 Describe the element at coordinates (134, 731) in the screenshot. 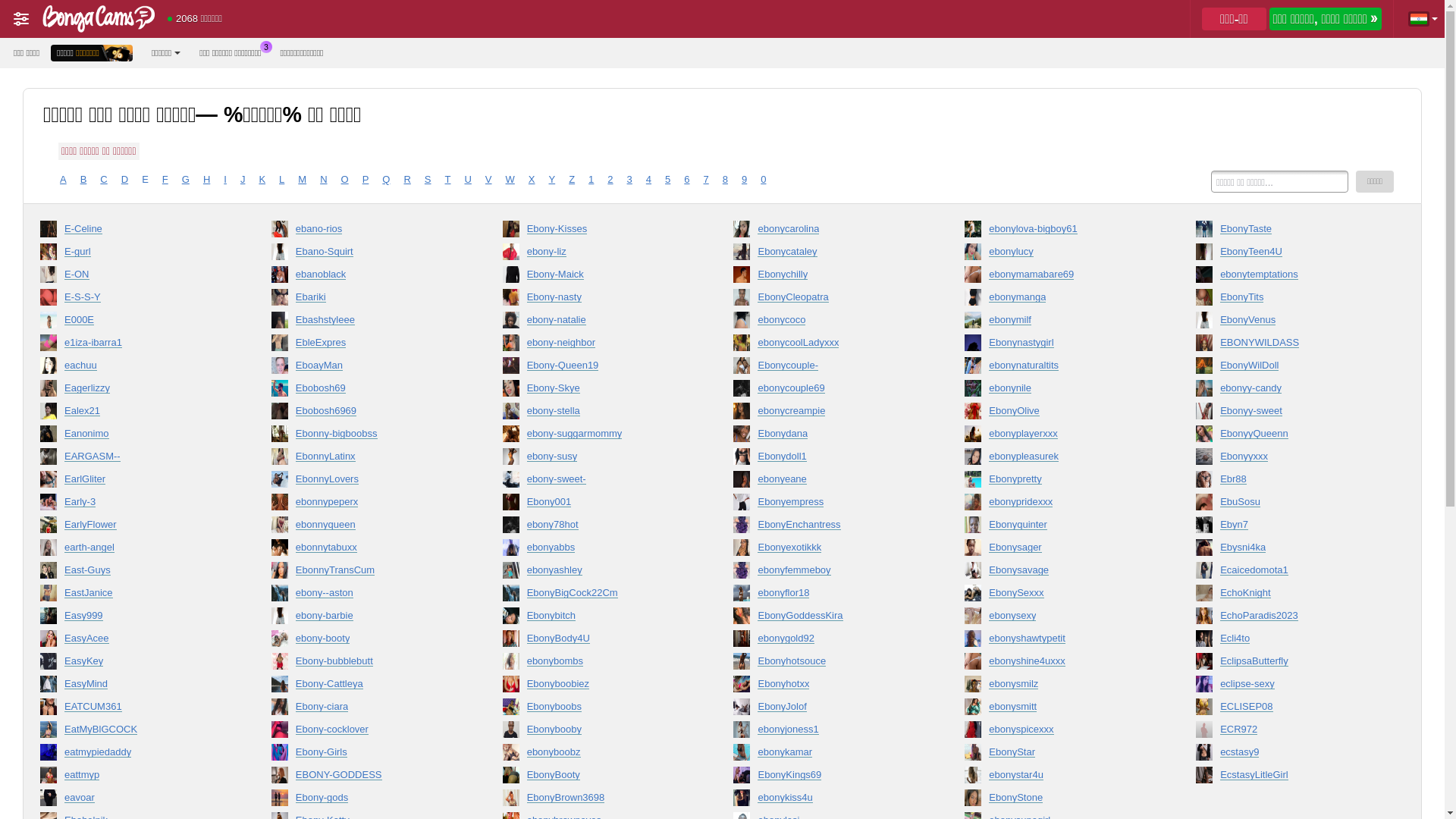

I see `'EatMyBlGCOCK'` at that location.